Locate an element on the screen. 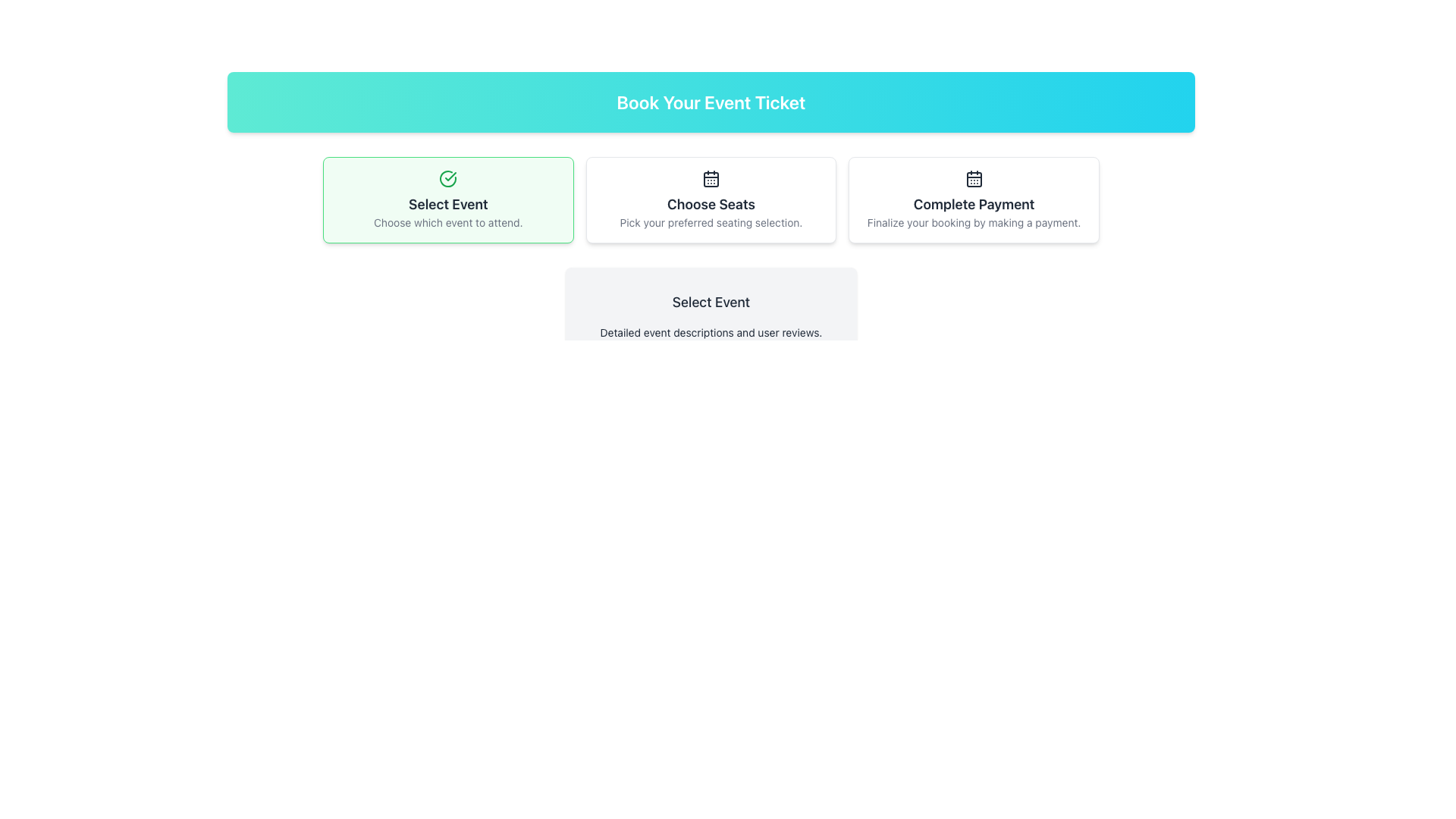  the calendar icon with a black outline and internal grid structure, located at the top section of the 'Complete Payment' box is located at coordinates (974, 177).